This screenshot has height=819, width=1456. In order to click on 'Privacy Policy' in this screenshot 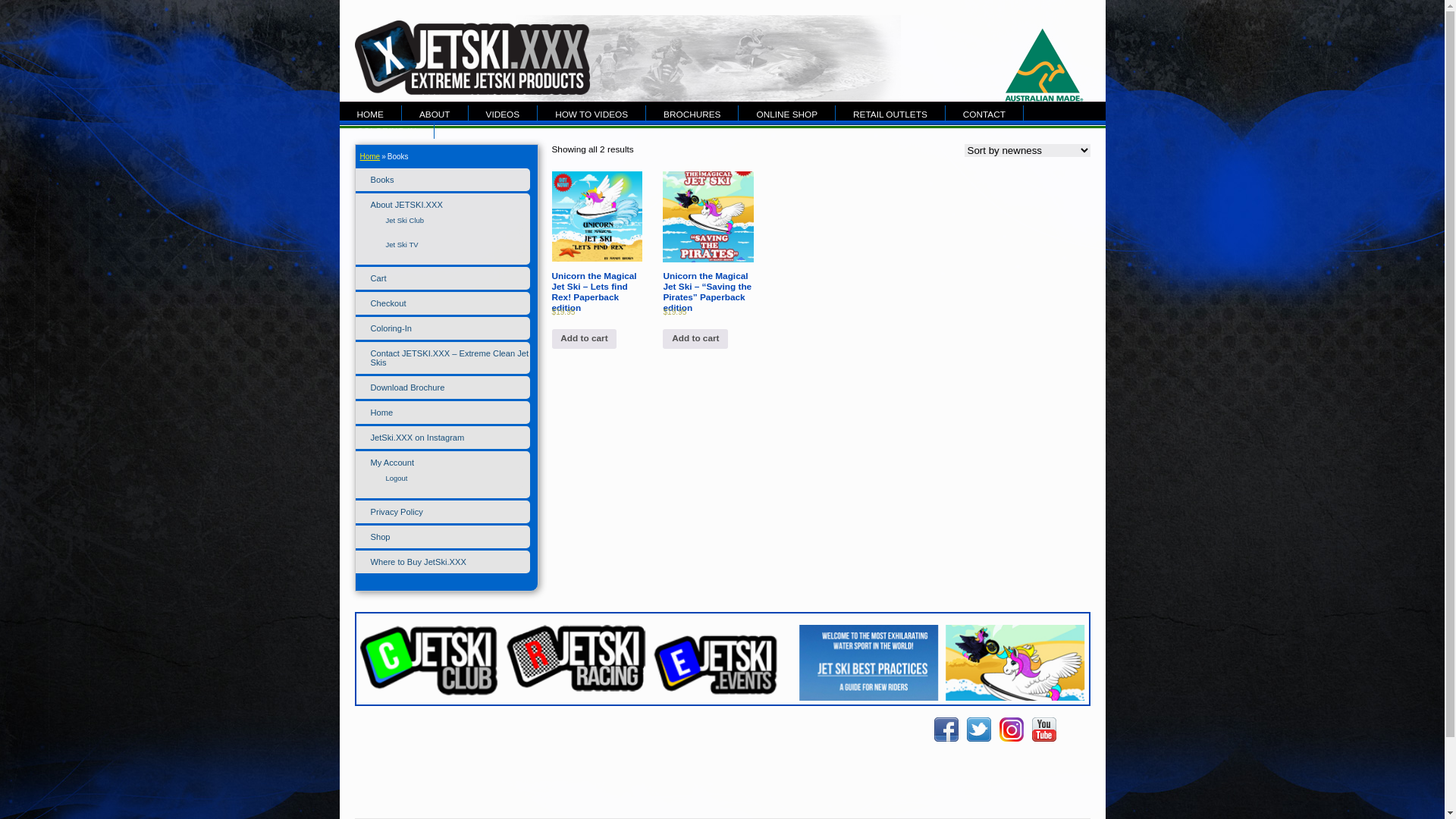, I will do `click(396, 512)`.